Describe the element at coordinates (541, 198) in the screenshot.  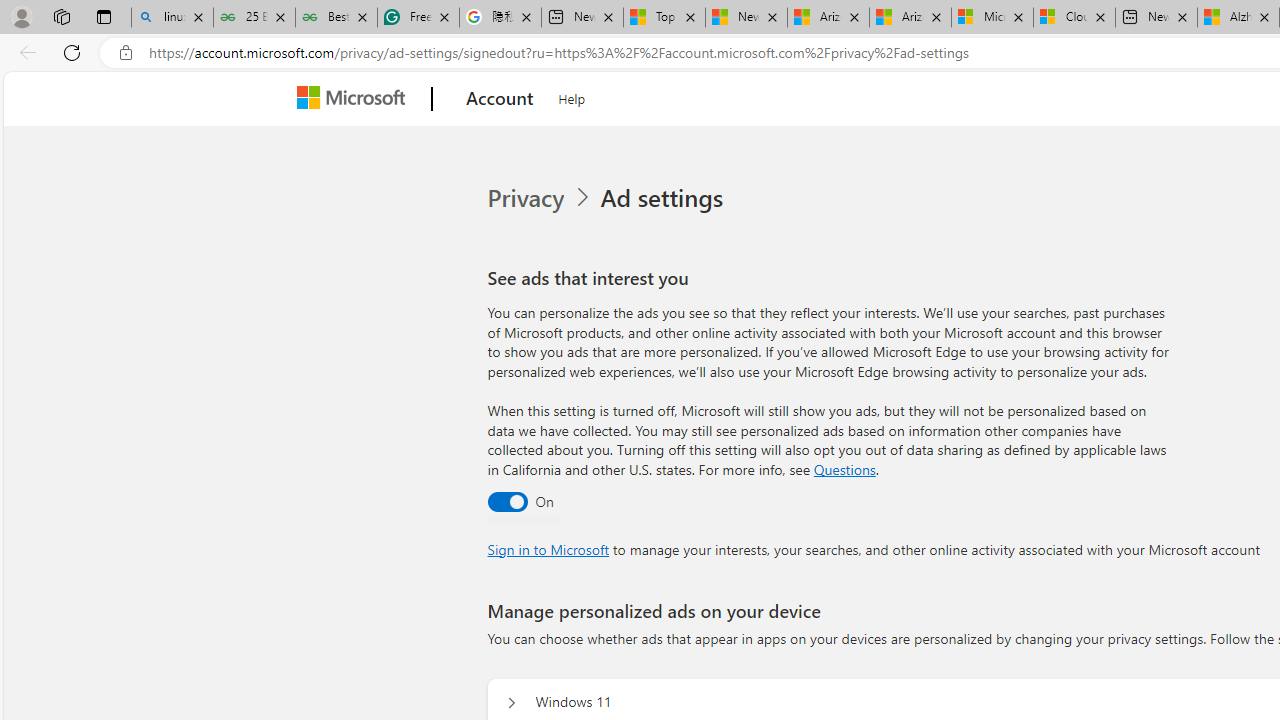
I see `'Privacy'` at that location.